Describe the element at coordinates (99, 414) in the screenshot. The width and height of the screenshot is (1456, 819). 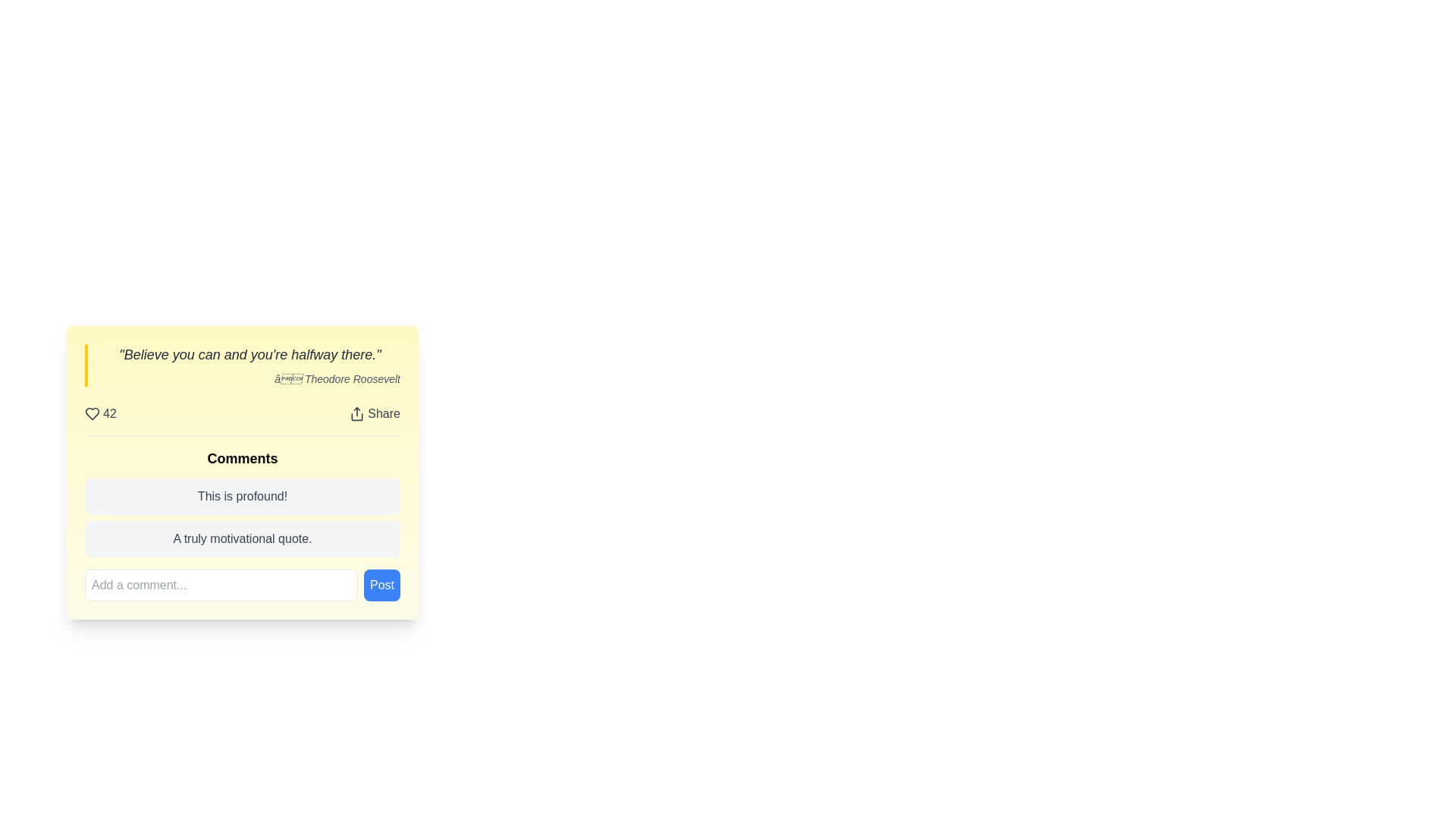
I see `the interactive component that features a heart icon and the text '42'` at that location.